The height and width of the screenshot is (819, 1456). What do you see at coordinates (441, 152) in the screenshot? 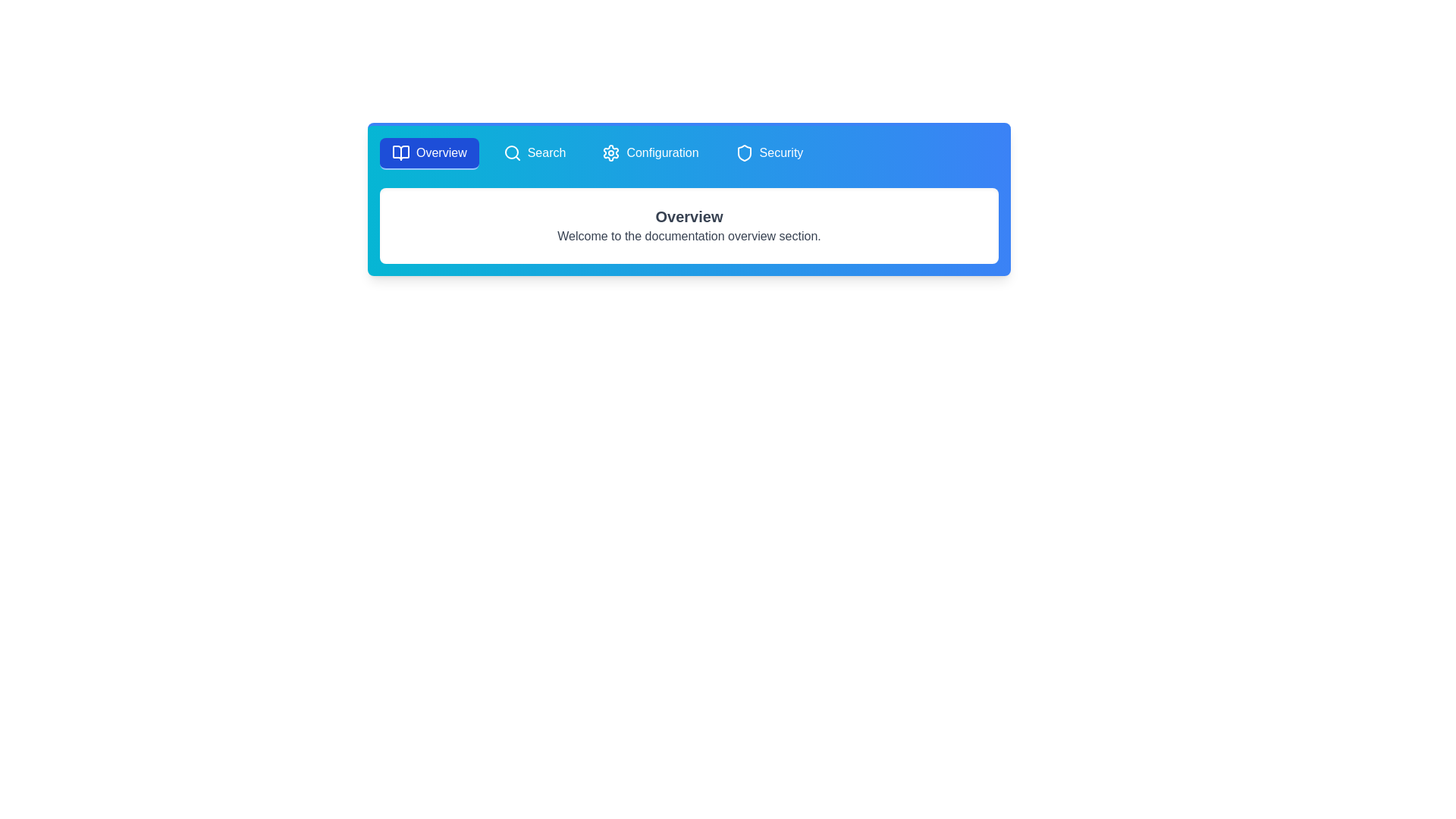
I see `the 'Overview' text label within the navigation button located in the top-left corner of the interface` at bounding box center [441, 152].